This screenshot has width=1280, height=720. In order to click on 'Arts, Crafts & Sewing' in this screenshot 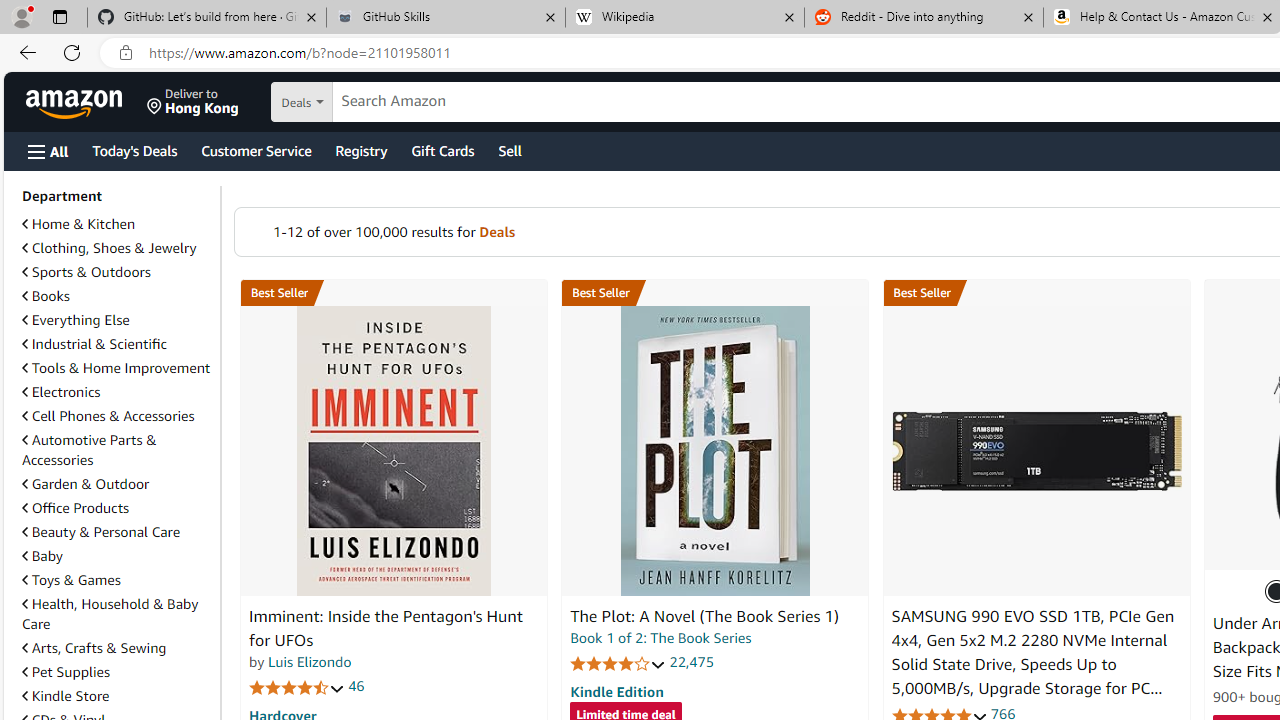, I will do `click(93, 648)`.